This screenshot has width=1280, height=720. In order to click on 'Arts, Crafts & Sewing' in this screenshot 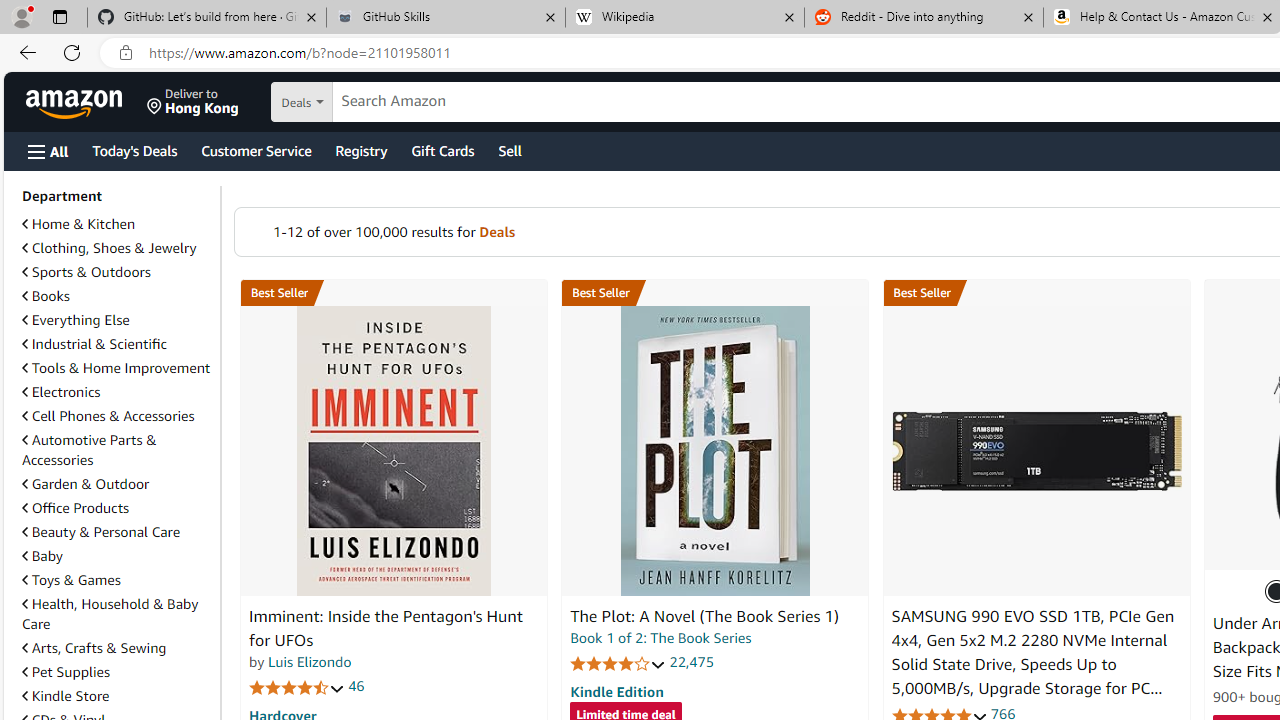, I will do `click(93, 648)`.